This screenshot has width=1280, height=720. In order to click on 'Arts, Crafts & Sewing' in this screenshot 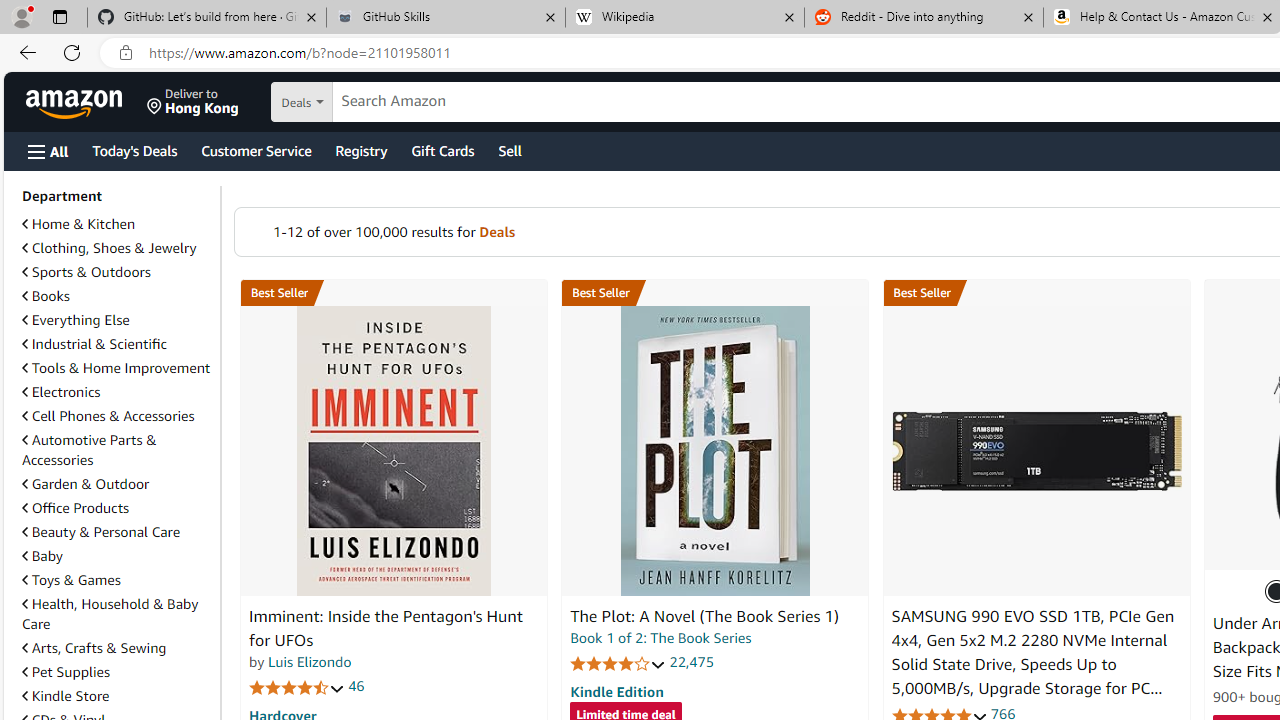, I will do `click(93, 648)`.